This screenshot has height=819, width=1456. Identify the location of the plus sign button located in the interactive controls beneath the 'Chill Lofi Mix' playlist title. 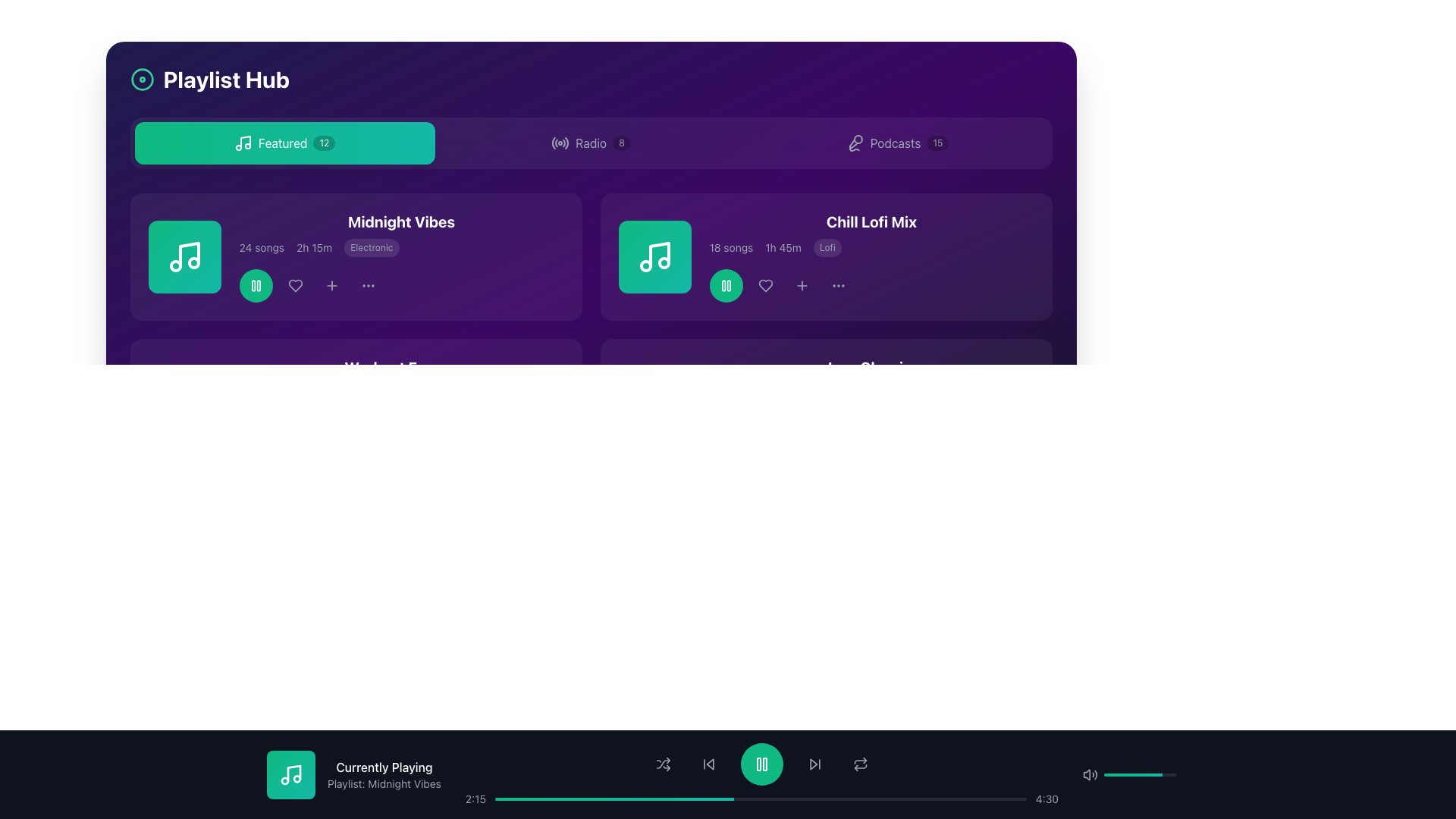
(801, 286).